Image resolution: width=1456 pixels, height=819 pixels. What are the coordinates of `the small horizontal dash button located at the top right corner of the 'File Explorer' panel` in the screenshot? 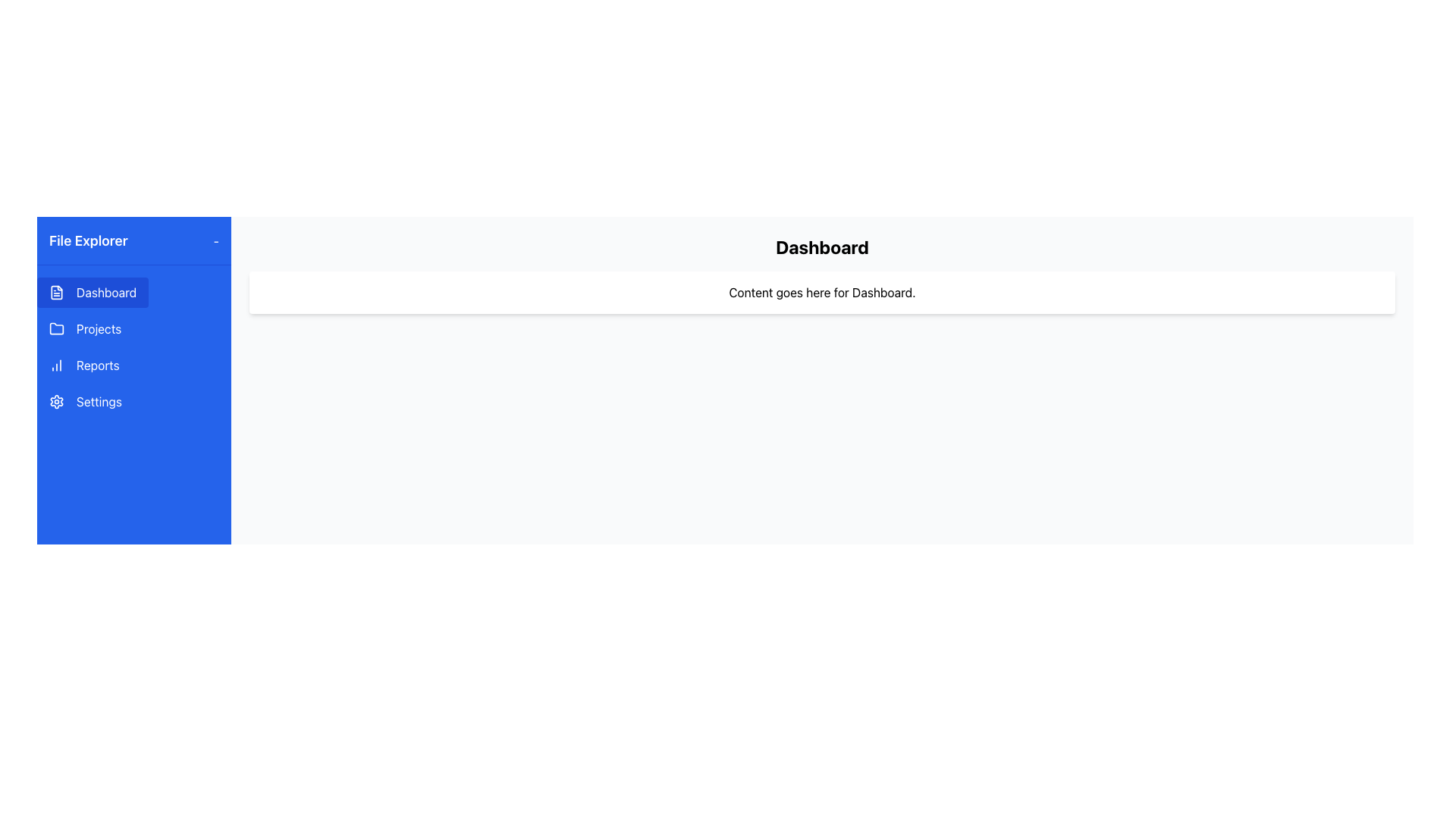 It's located at (215, 240).